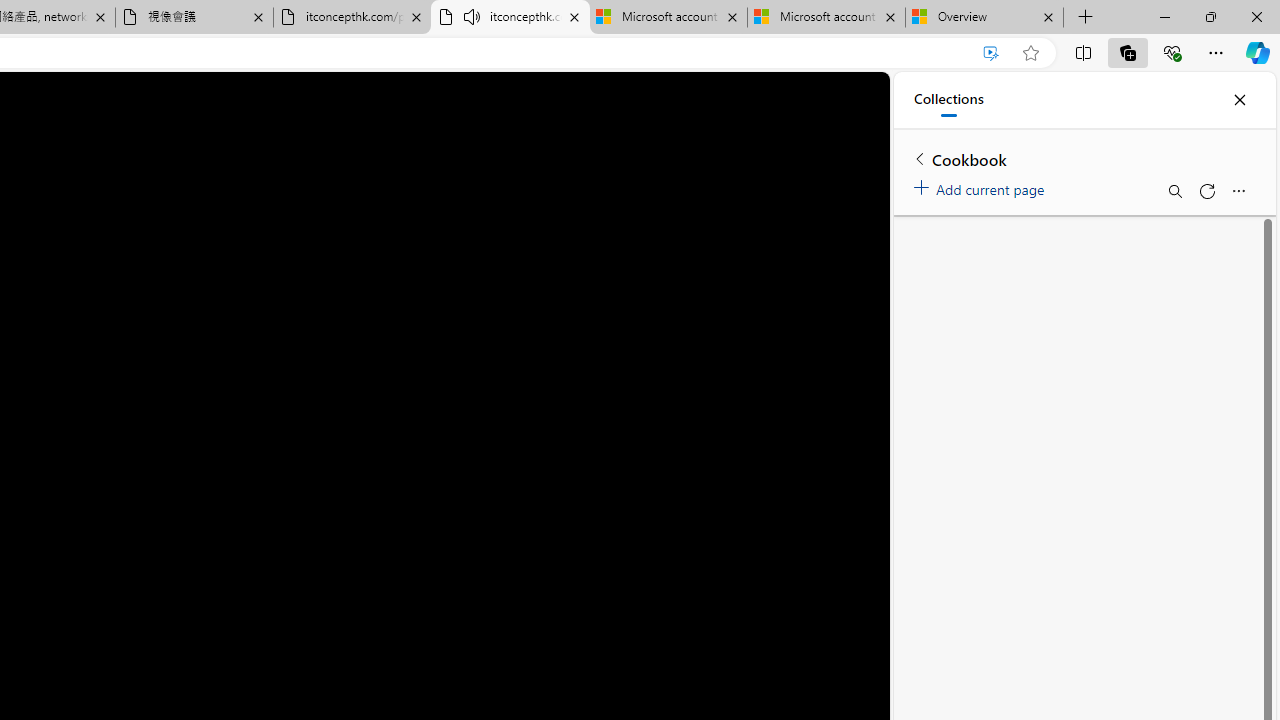 The height and width of the screenshot is (720, 1280). I want to click on 'itconcepthk.com/projector_solutions.mp4', so click(352, 17).